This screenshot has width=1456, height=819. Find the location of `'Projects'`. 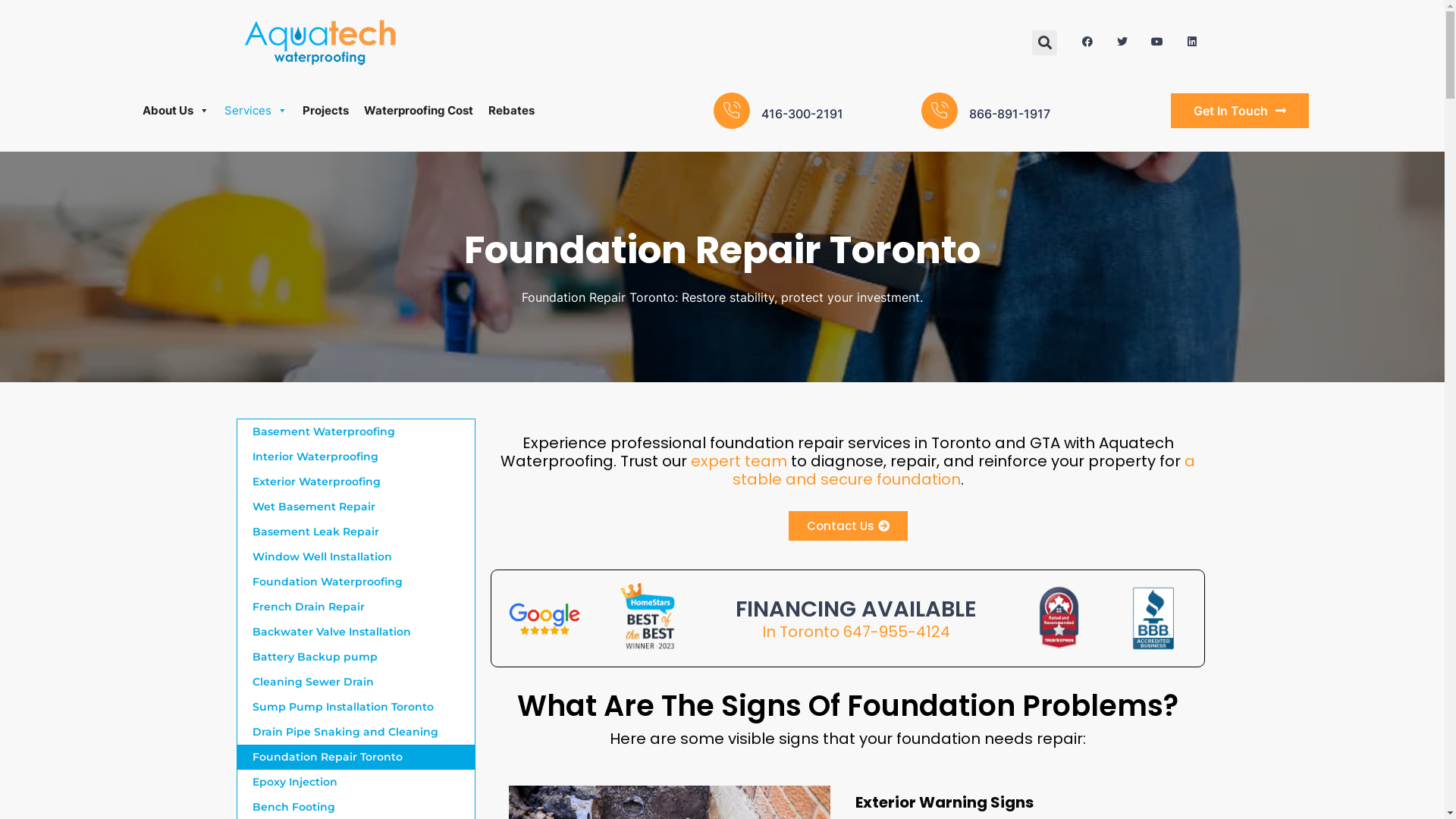

'Projects' is located at coordinates (325, 110).